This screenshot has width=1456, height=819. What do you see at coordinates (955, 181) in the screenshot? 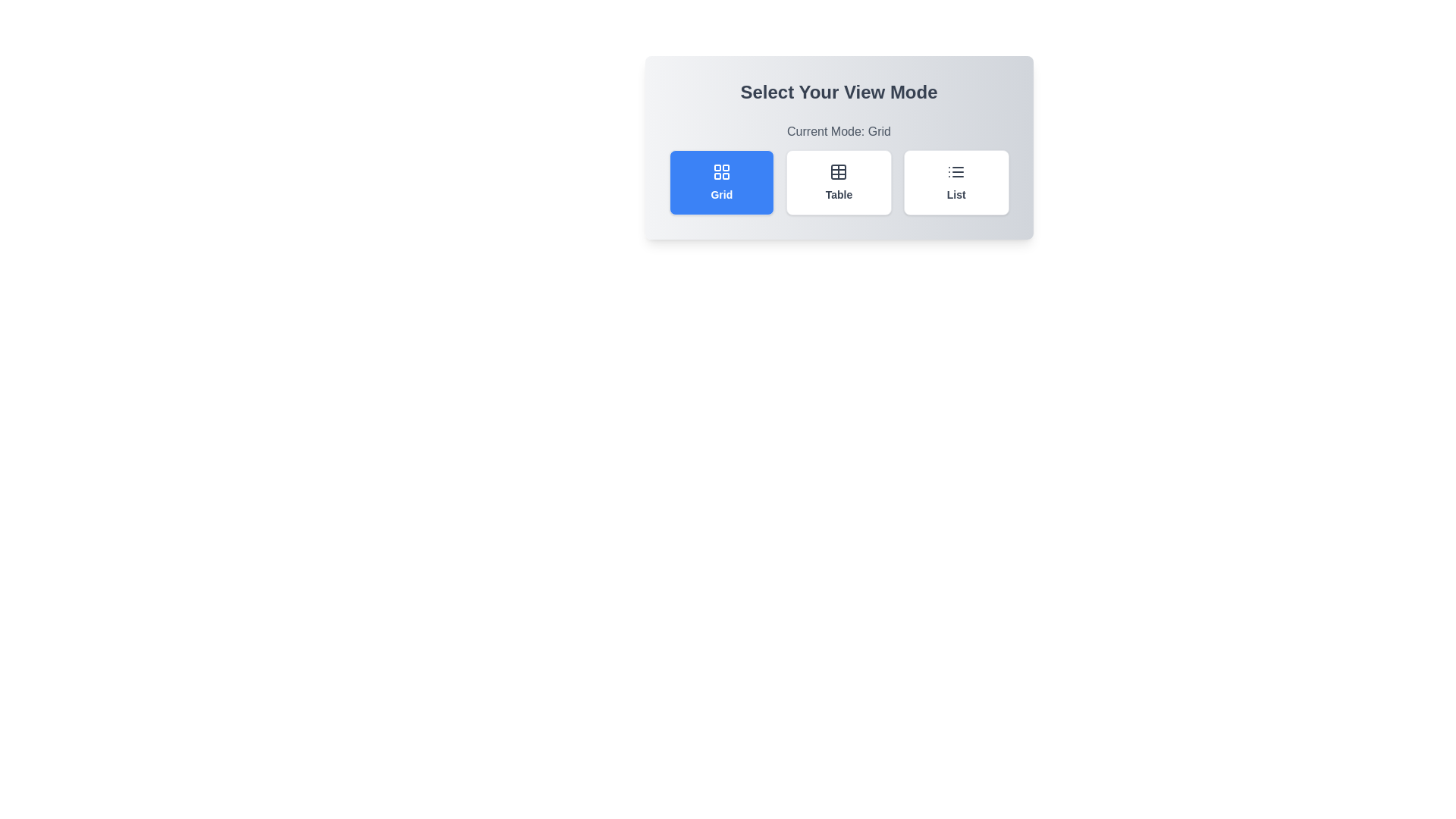
I see `the 'List' view mode button located at the far-right position within the grid layout of view mode selection buttons` at bounding box center [955, 181].